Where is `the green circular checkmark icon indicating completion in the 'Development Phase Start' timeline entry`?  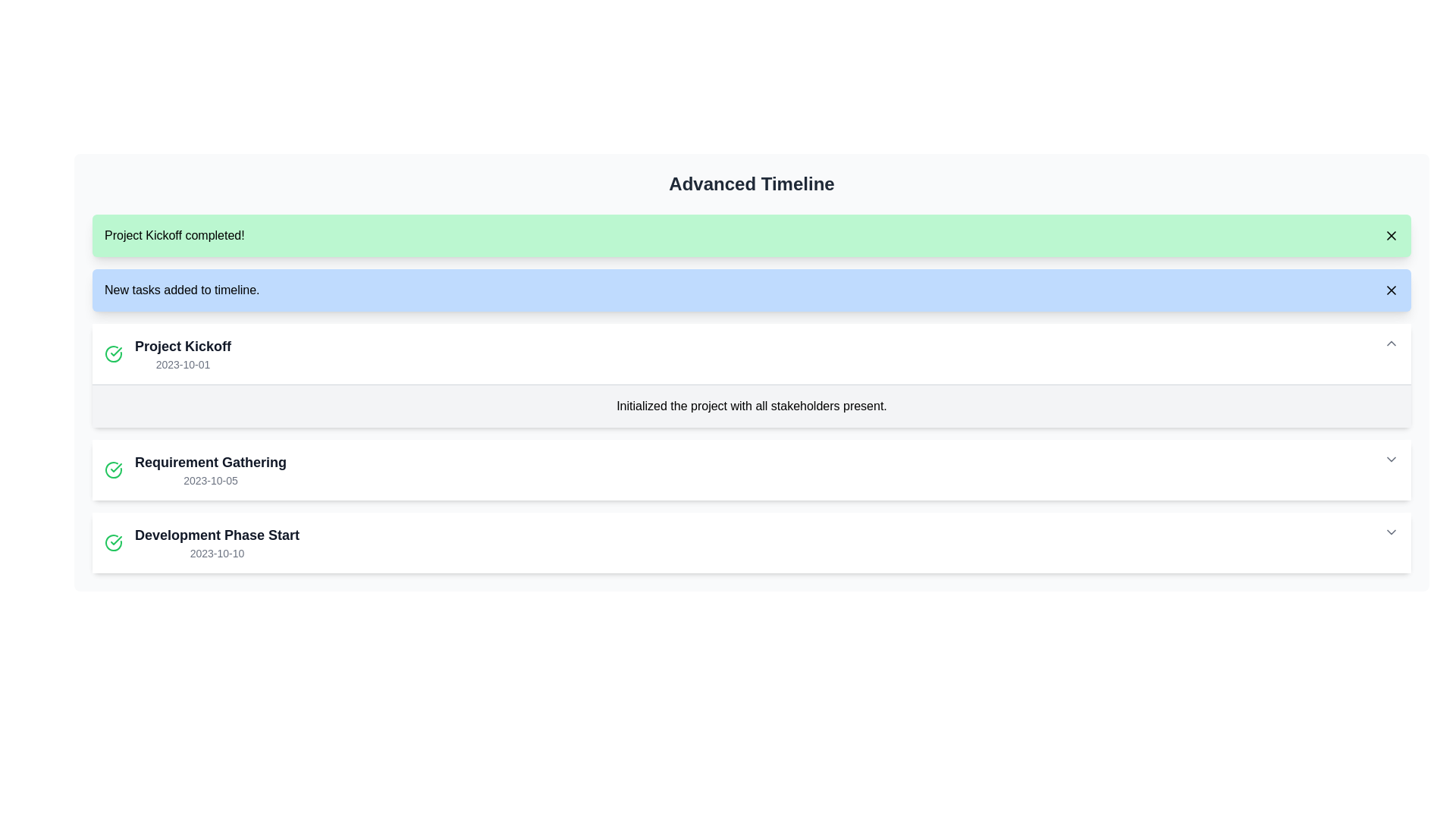 the green circular checkmark icon indicating completion in the 'Development Phase Start' timeline entry is located at coordinates (112, 542).